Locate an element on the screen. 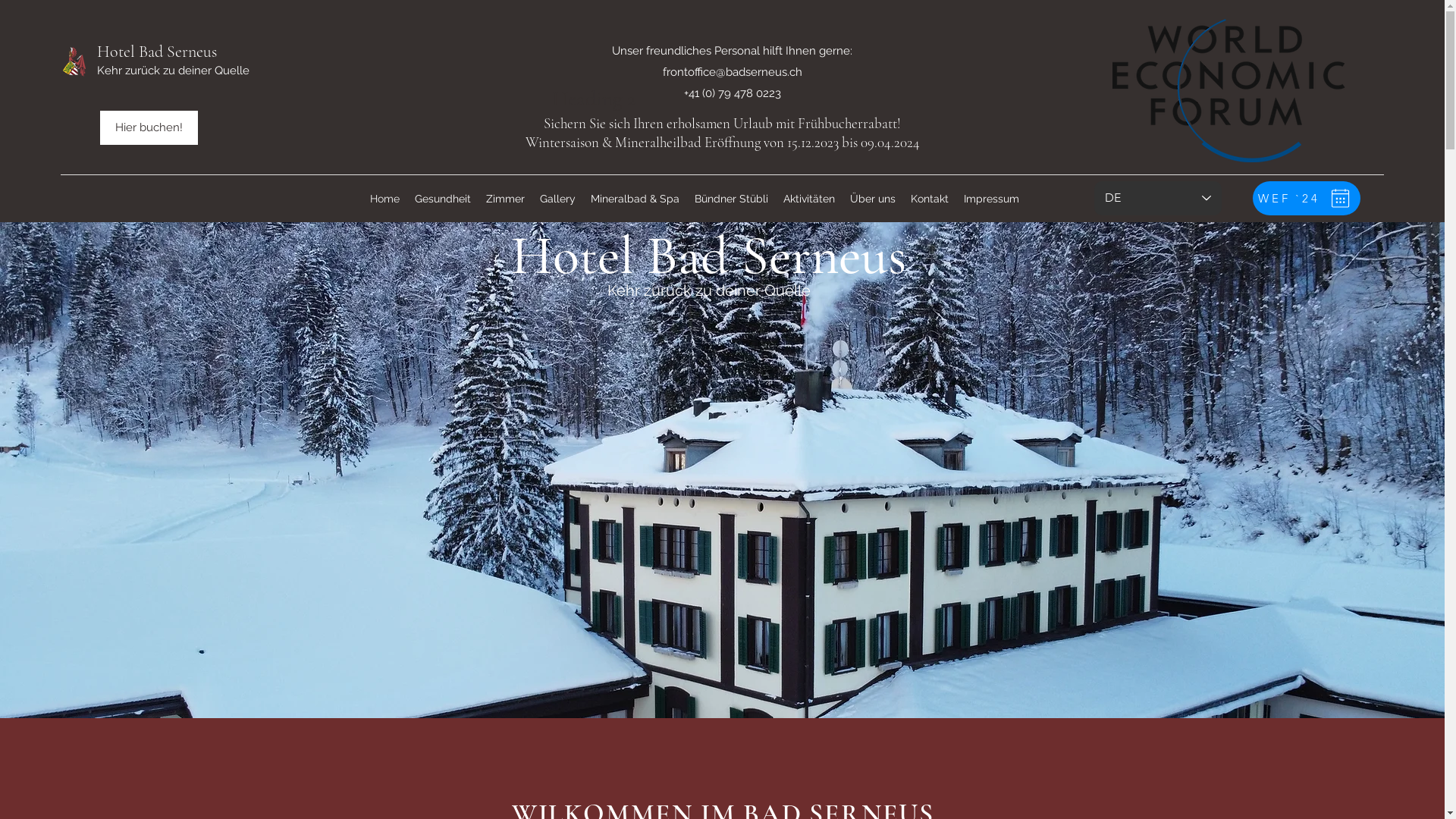 The height and width of the screenshot is (819, 1456). 'Hotel Bad Serneus' is located at coordinates (156, 51).